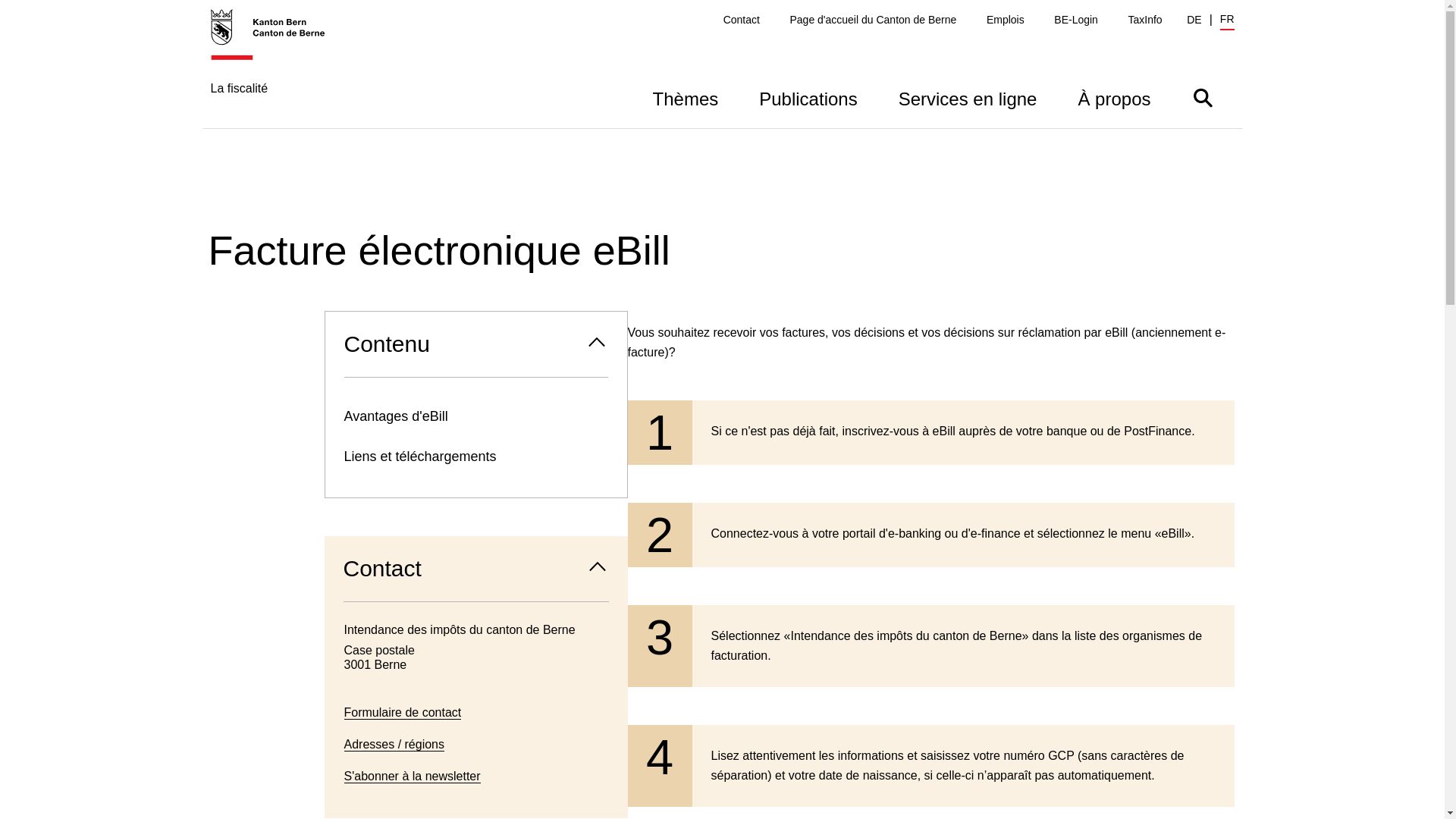 This screenshot has width=1456, height=819. I want to click on 'TaxInfo', so click(1144, 20).